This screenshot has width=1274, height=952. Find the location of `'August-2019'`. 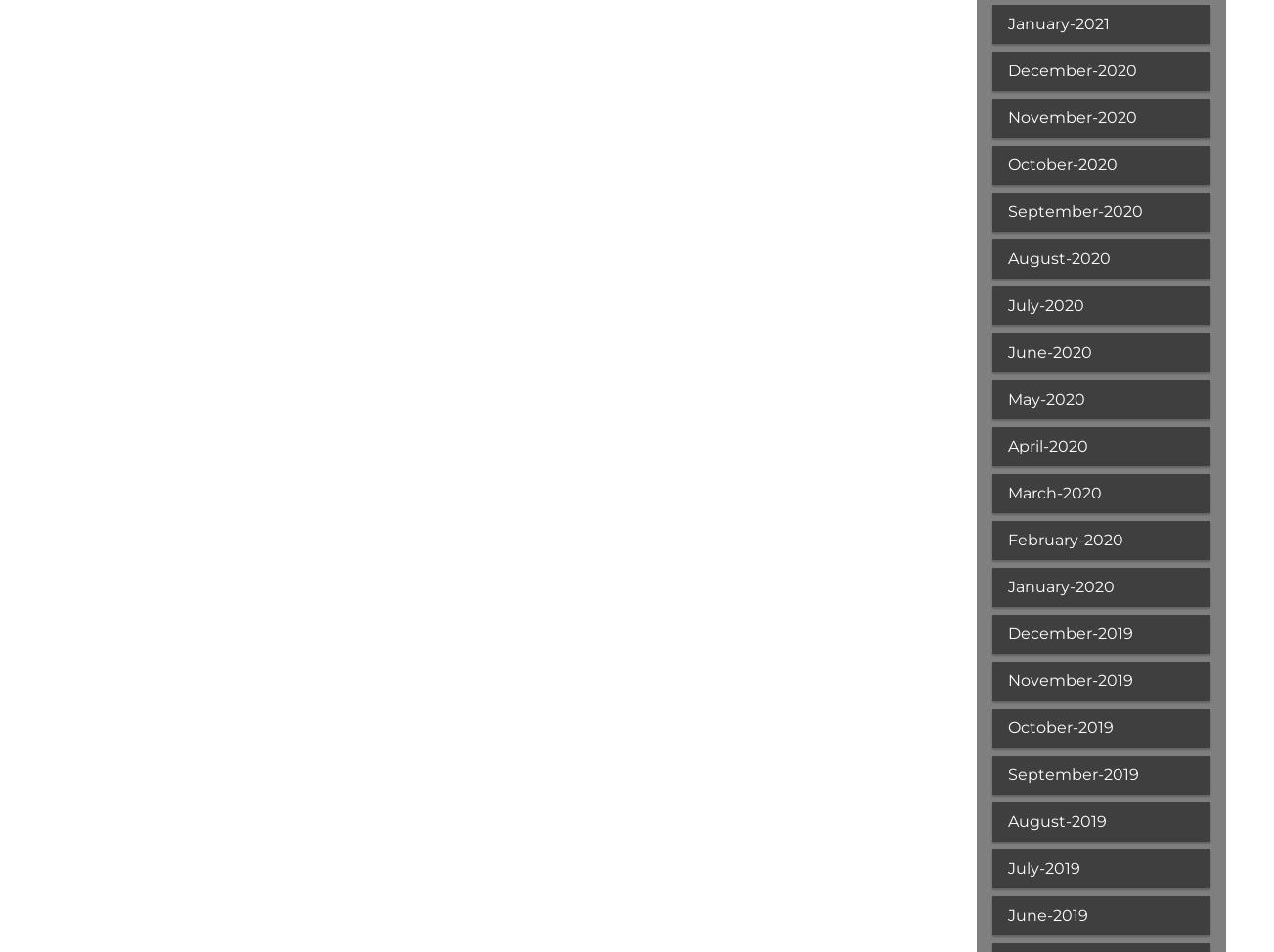

'August-2019' is located at coordinates (1055, 821).